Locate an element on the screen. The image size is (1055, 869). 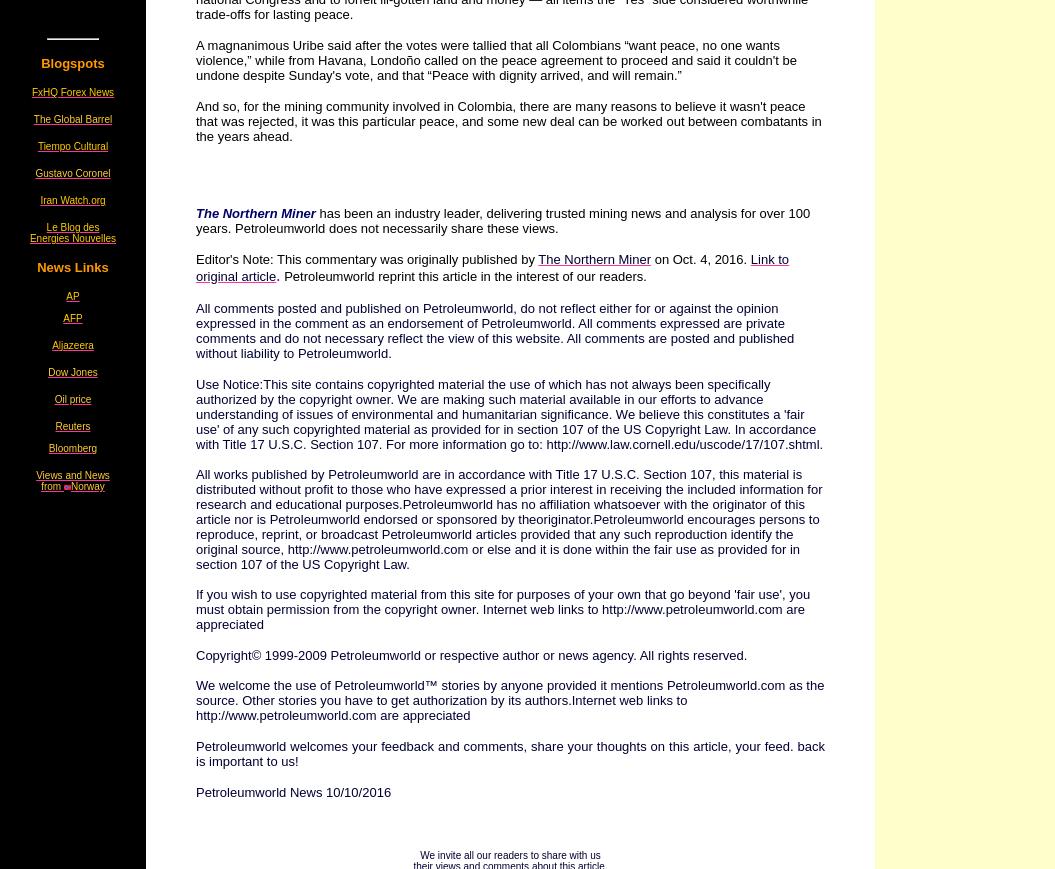
'Editor's Note: This commentary was originally published by' is located at coordinates (367, 258).